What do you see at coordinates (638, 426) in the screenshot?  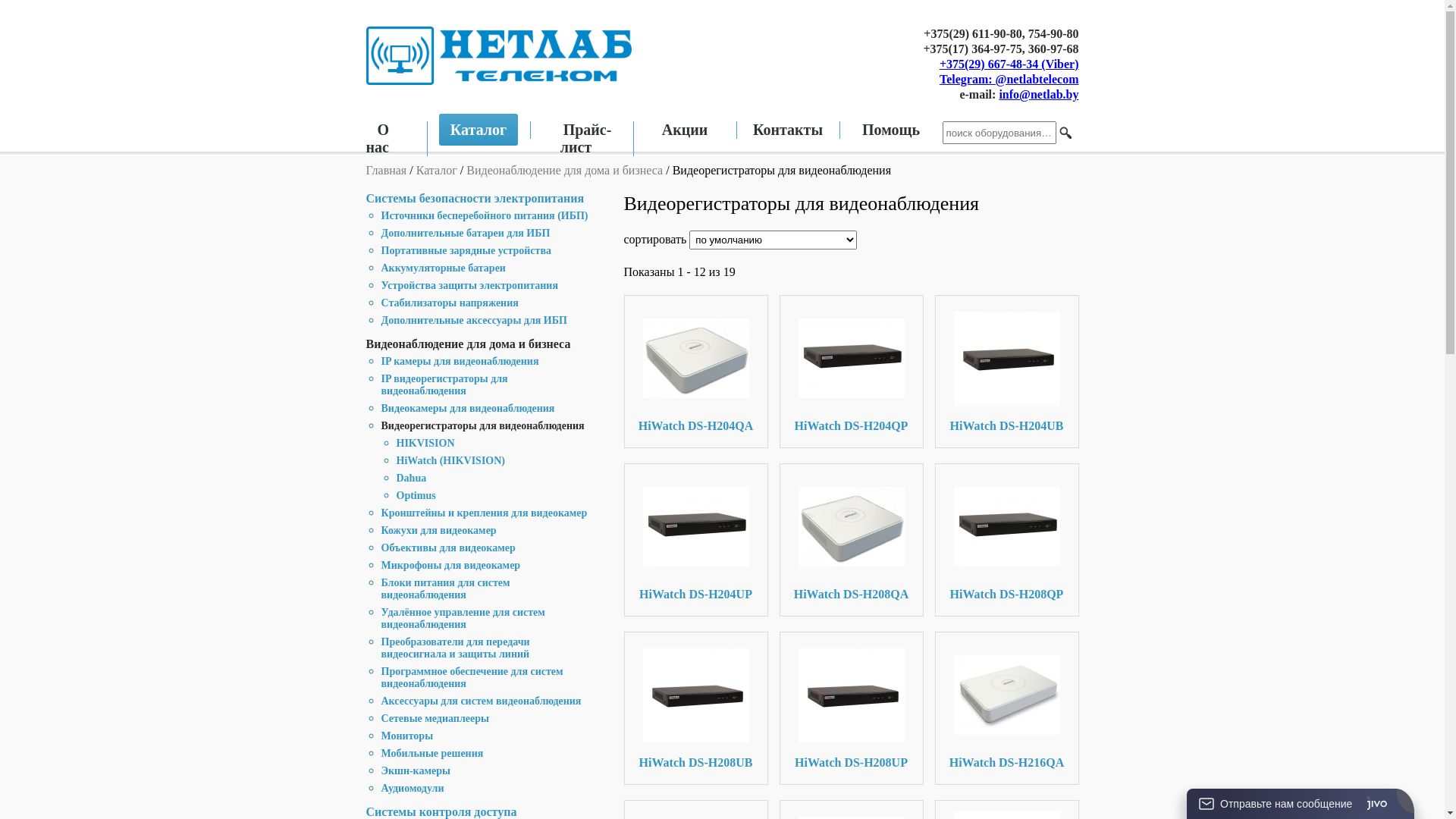 I see `'HiWatch DS-H204QA'` at bounding box center [638, 426].